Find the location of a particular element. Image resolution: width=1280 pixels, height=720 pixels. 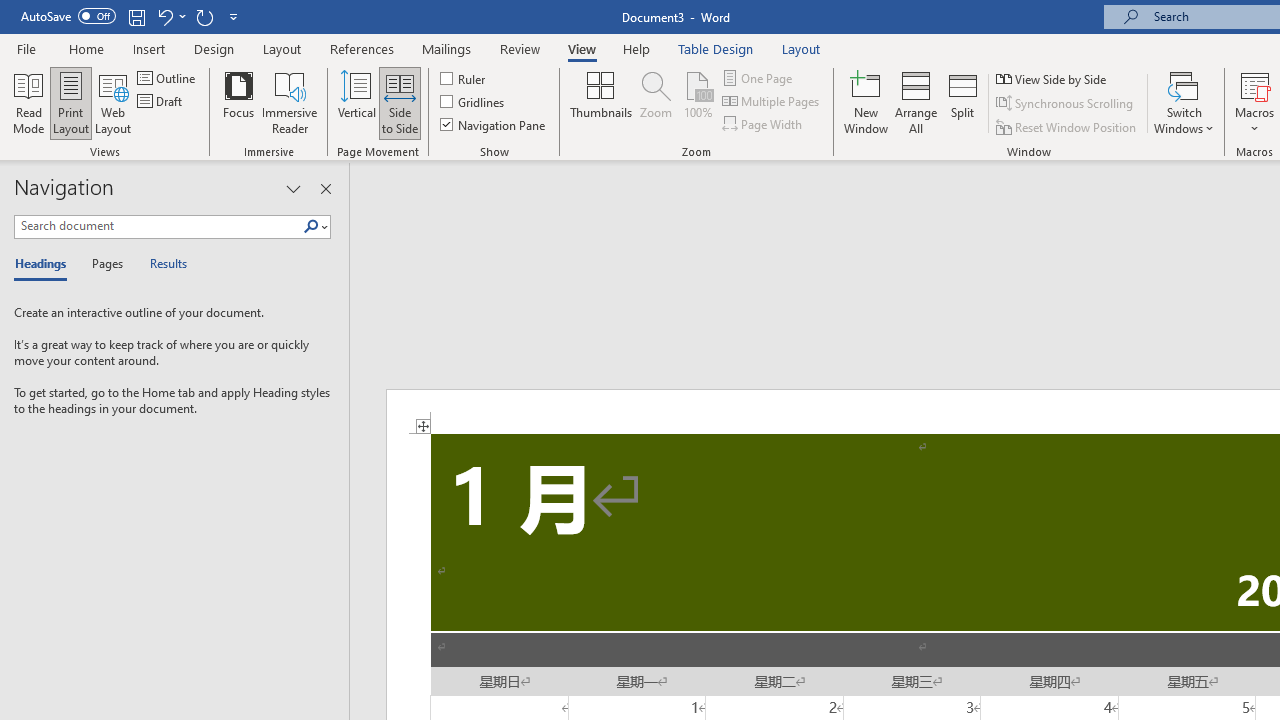

'Reset Window Position' is located at coordinates (1067, 127).